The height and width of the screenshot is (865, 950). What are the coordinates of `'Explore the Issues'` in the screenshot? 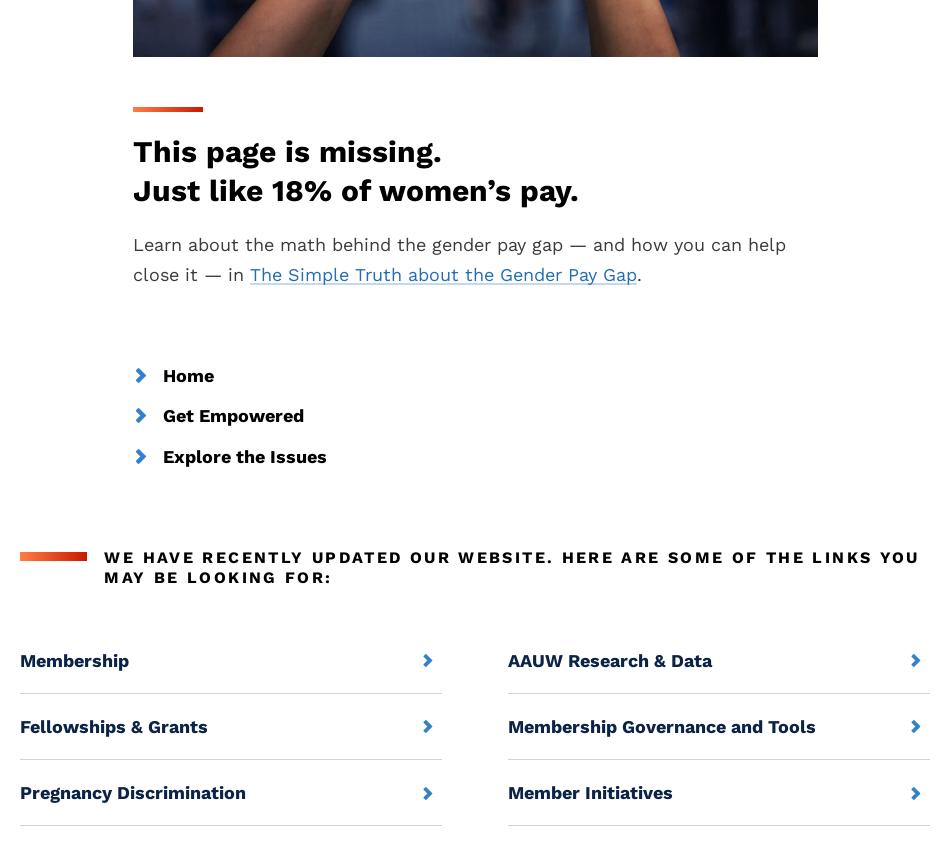 It's located at (242, 455).